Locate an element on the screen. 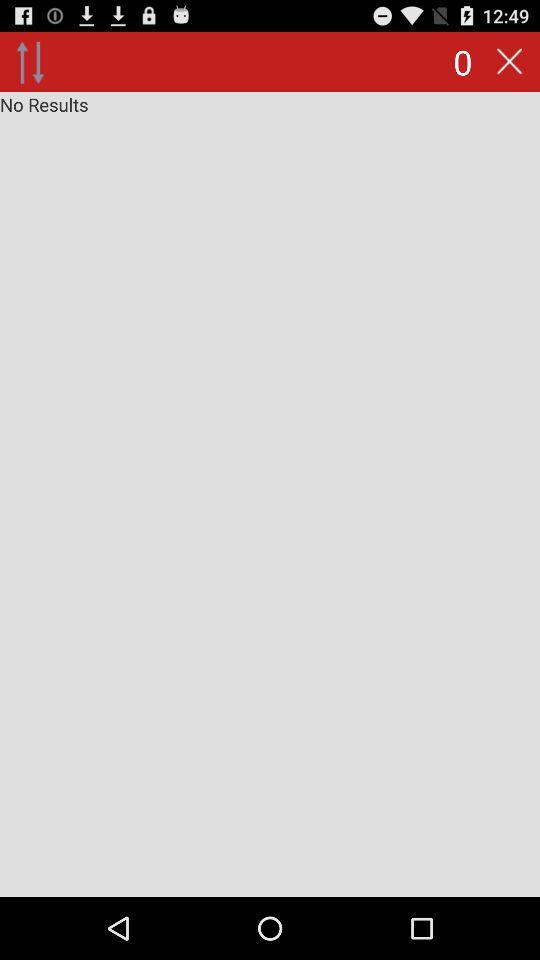 The width and height of the screenshot is (540, 960). the app next to 0 item is located at coordinates (509, 61).